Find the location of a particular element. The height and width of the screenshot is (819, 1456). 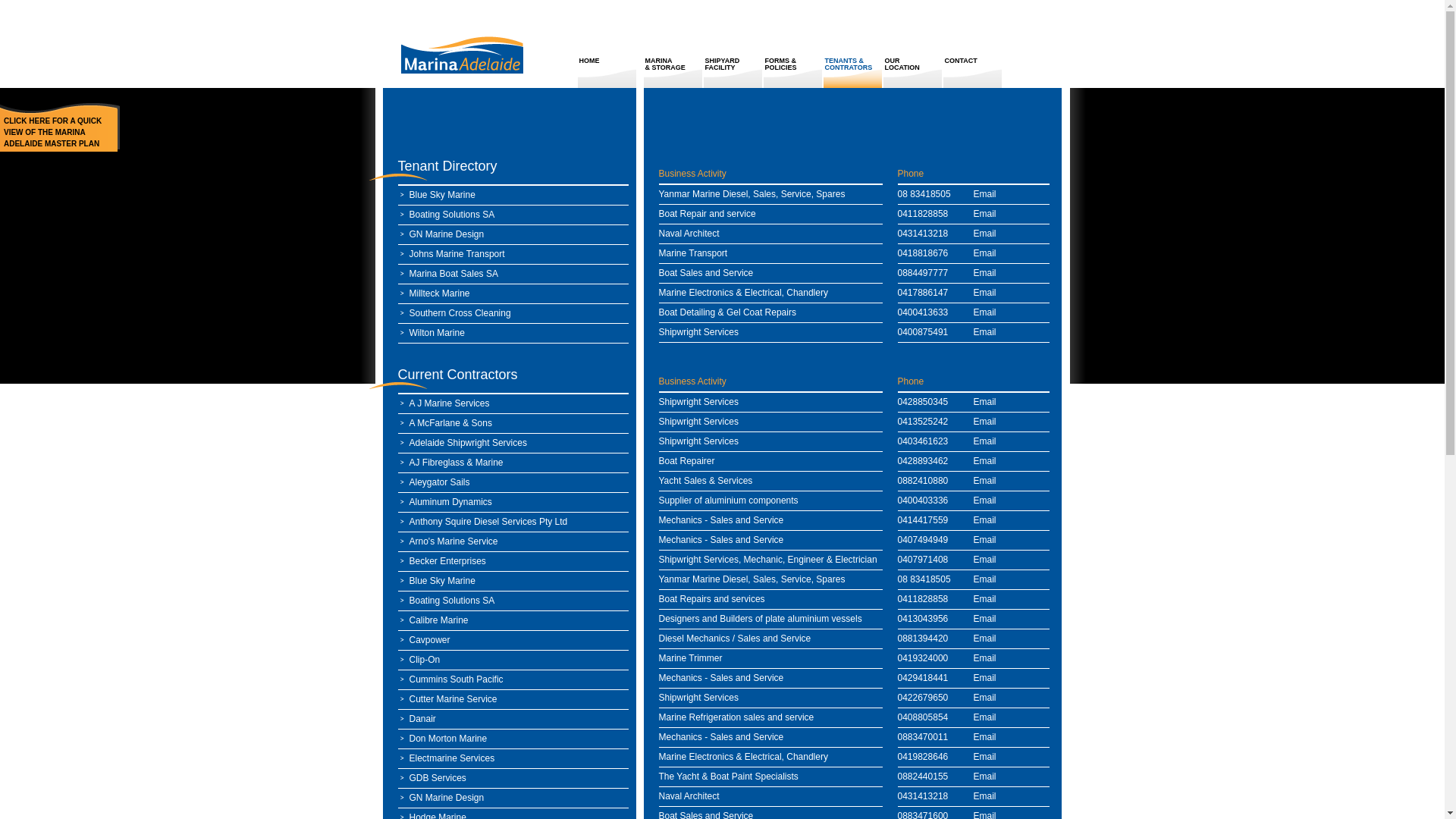

'Email' is located at coordinates (985, 579).